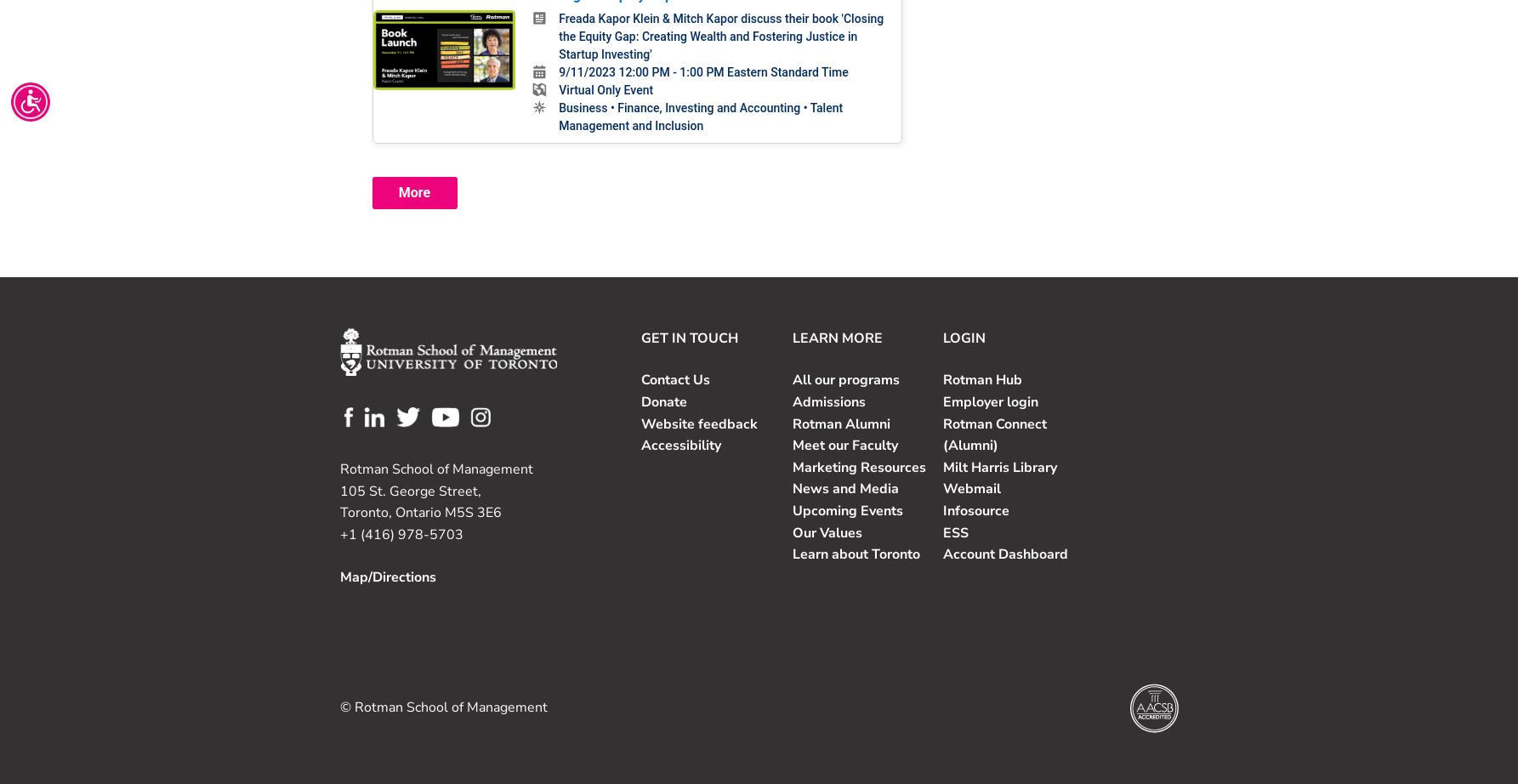 Image resolution: width=1518 pixels, height=784 pixels. I want to click on 'GET IN TOUCH', so click(640, 337).